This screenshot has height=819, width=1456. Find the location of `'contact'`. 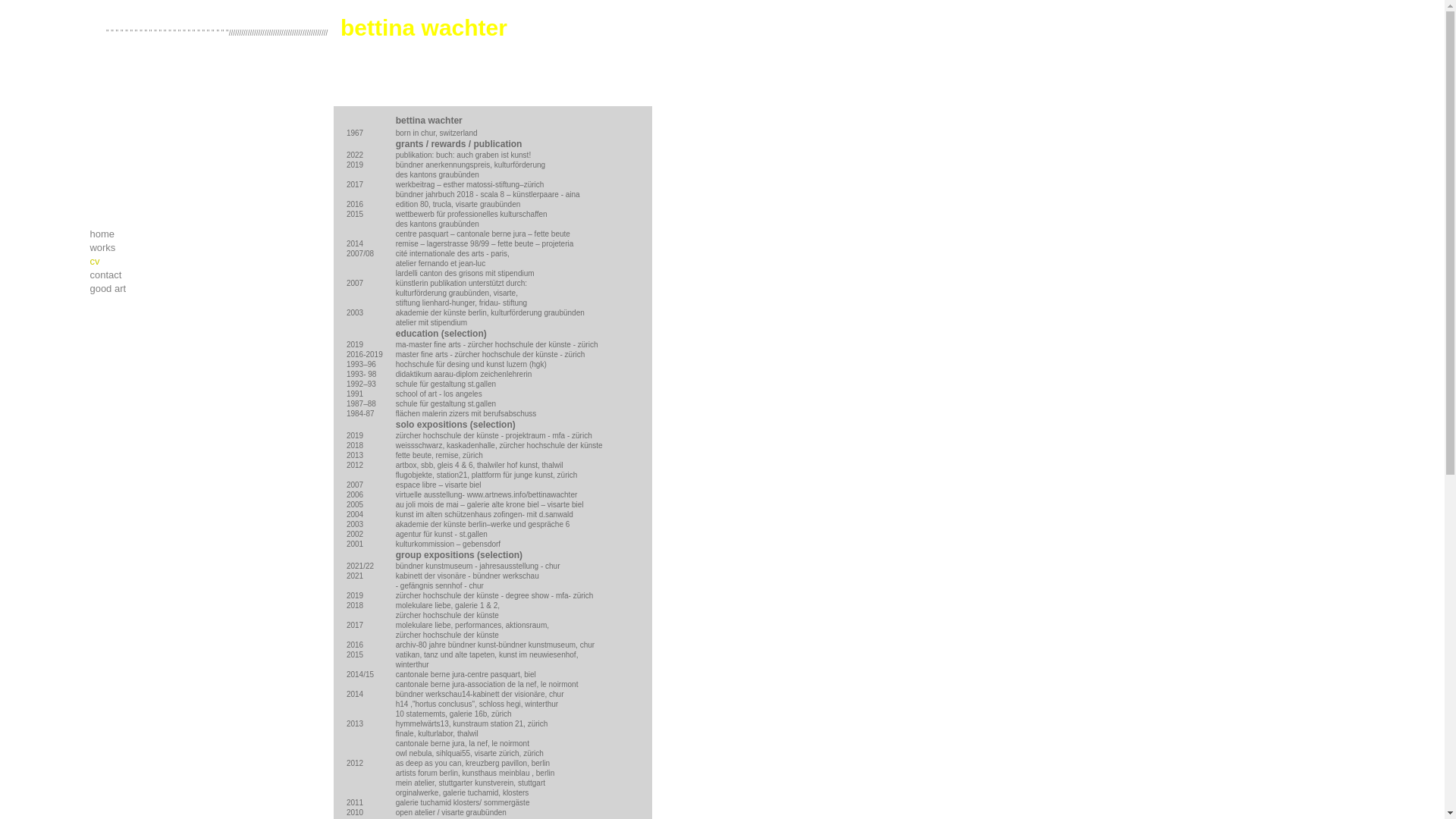

'contact' is located at coordinates (158, 275).